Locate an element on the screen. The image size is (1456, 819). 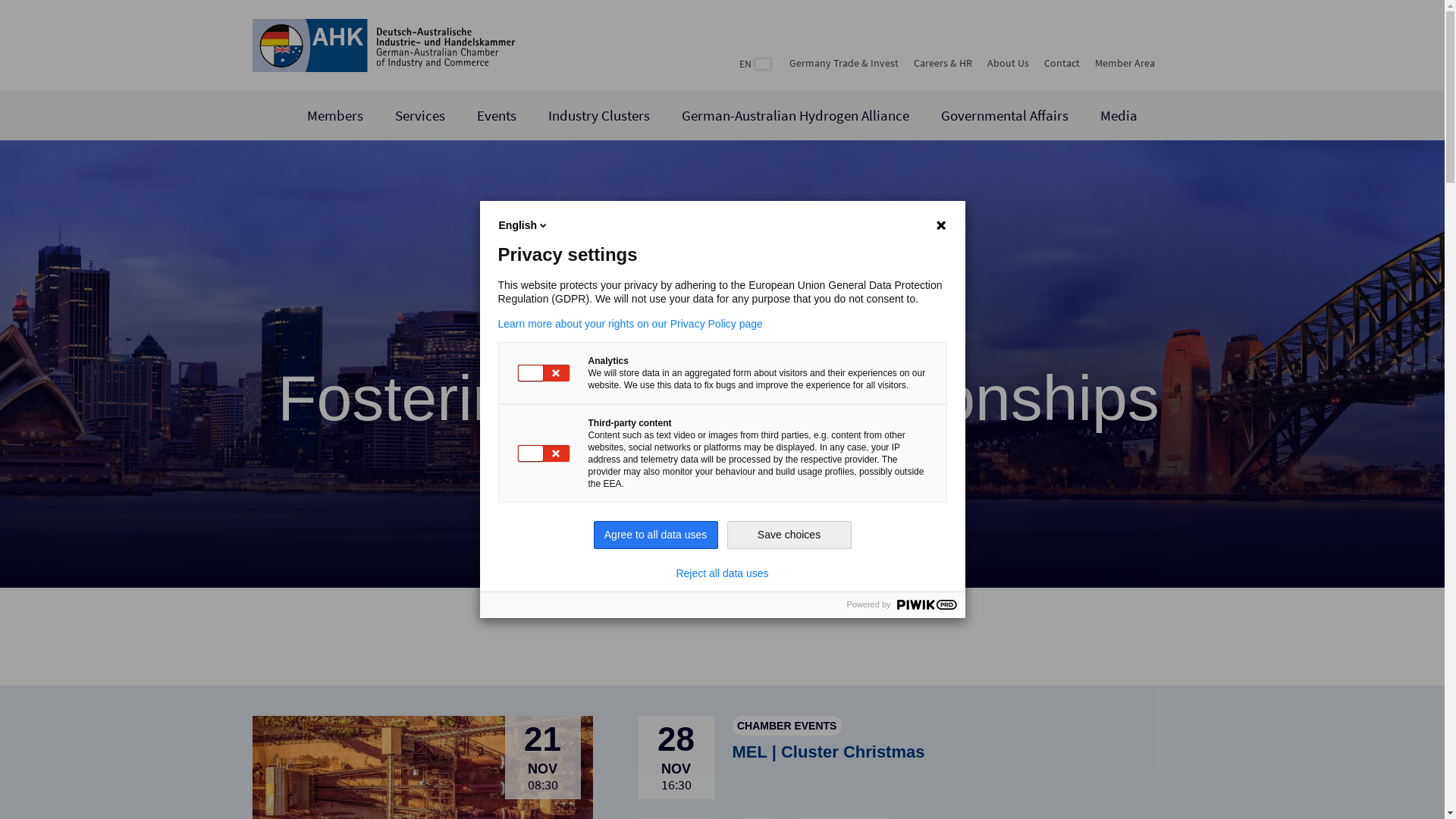
'Contact' is located at coordinates (1060, 62).